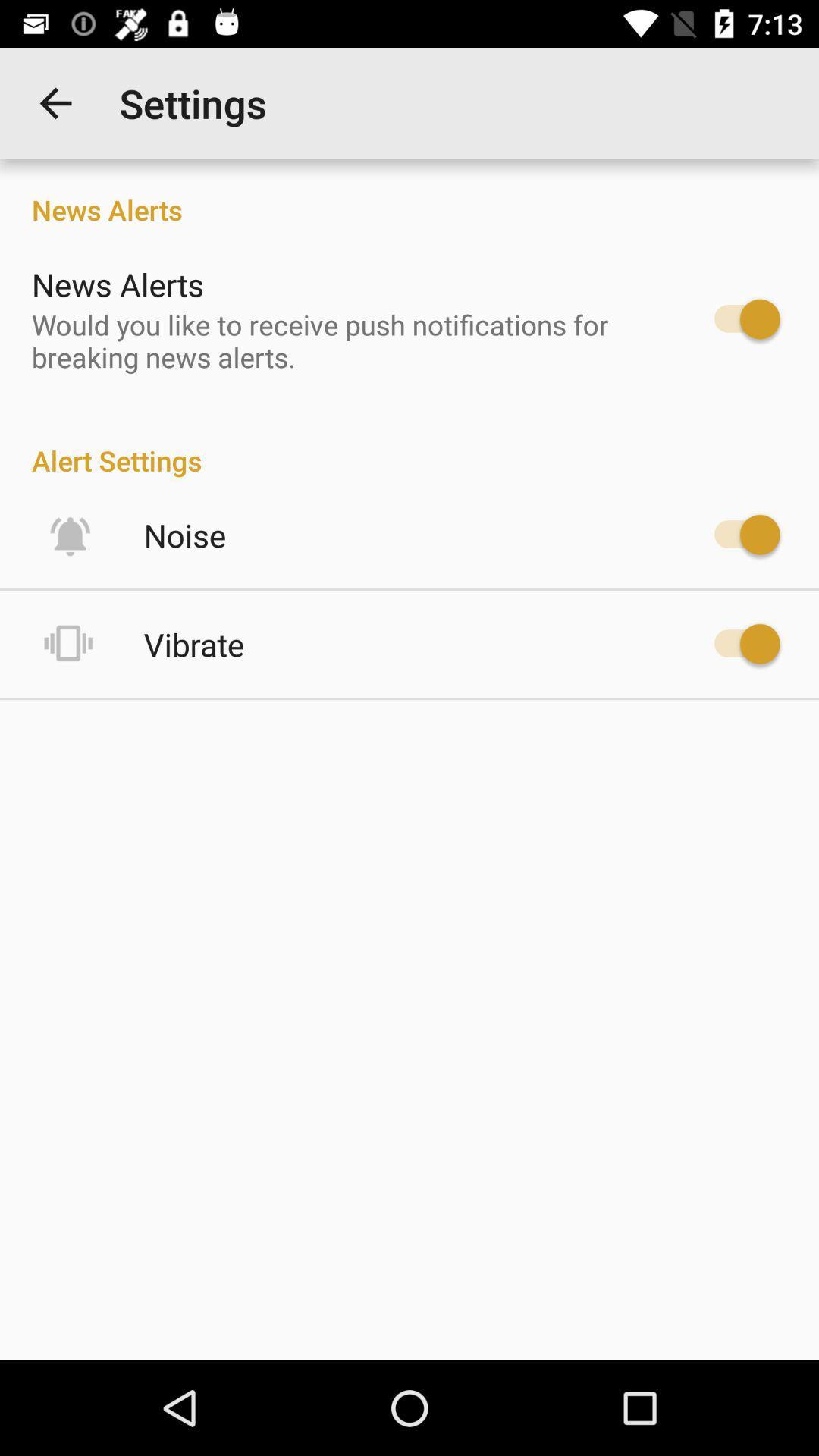  I want to click on vibrate icon, so click(193, 644).